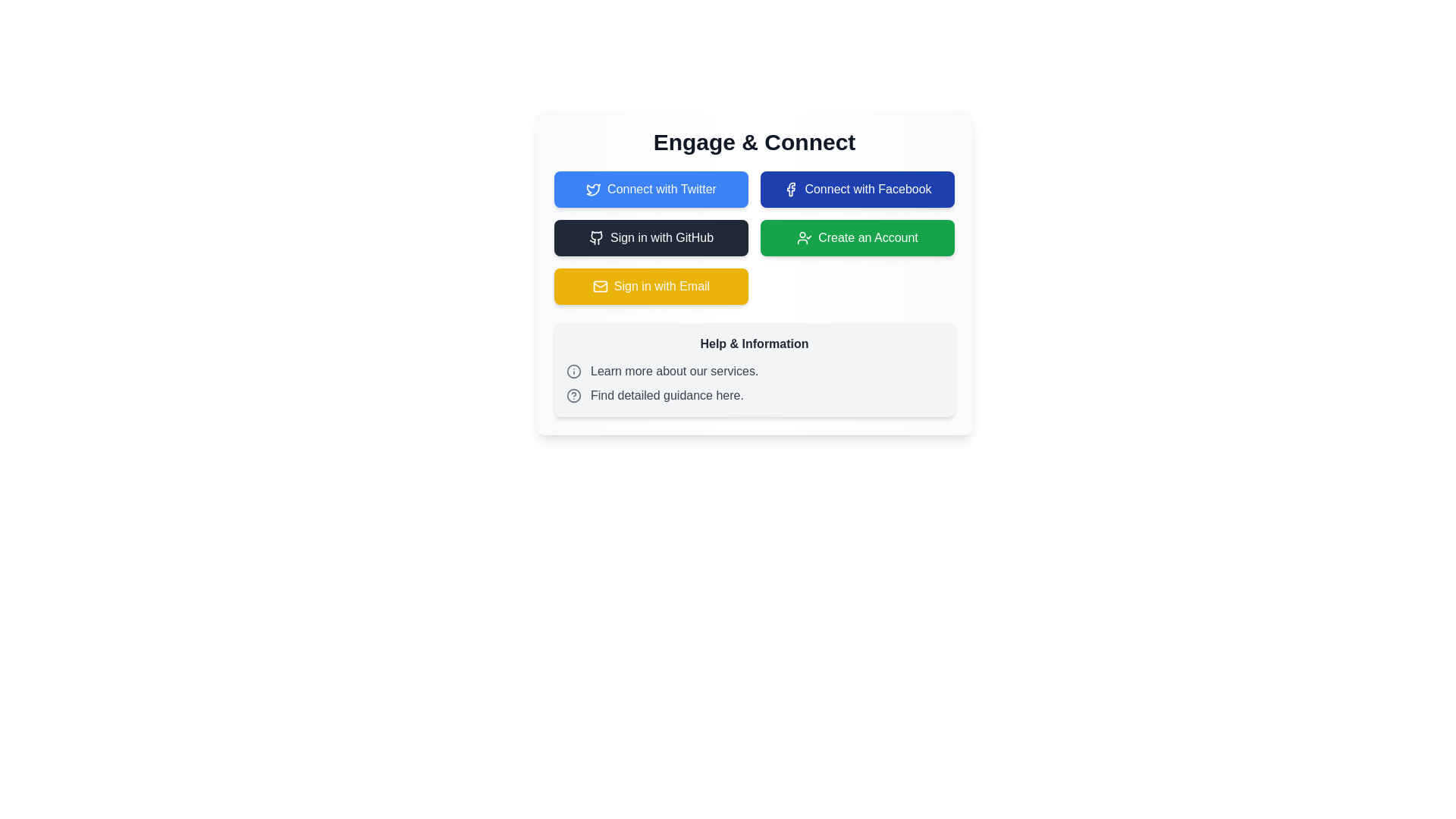 This screenshot has height=819, width=1456. What do you see at coordinates (790, 189) in the screenshot?
I see `the Facebook icon, which features a white lowercase 'f' on a blue circular background, located to the left of the 'Connect with Facebook' text` at bounding box center [790, 189].